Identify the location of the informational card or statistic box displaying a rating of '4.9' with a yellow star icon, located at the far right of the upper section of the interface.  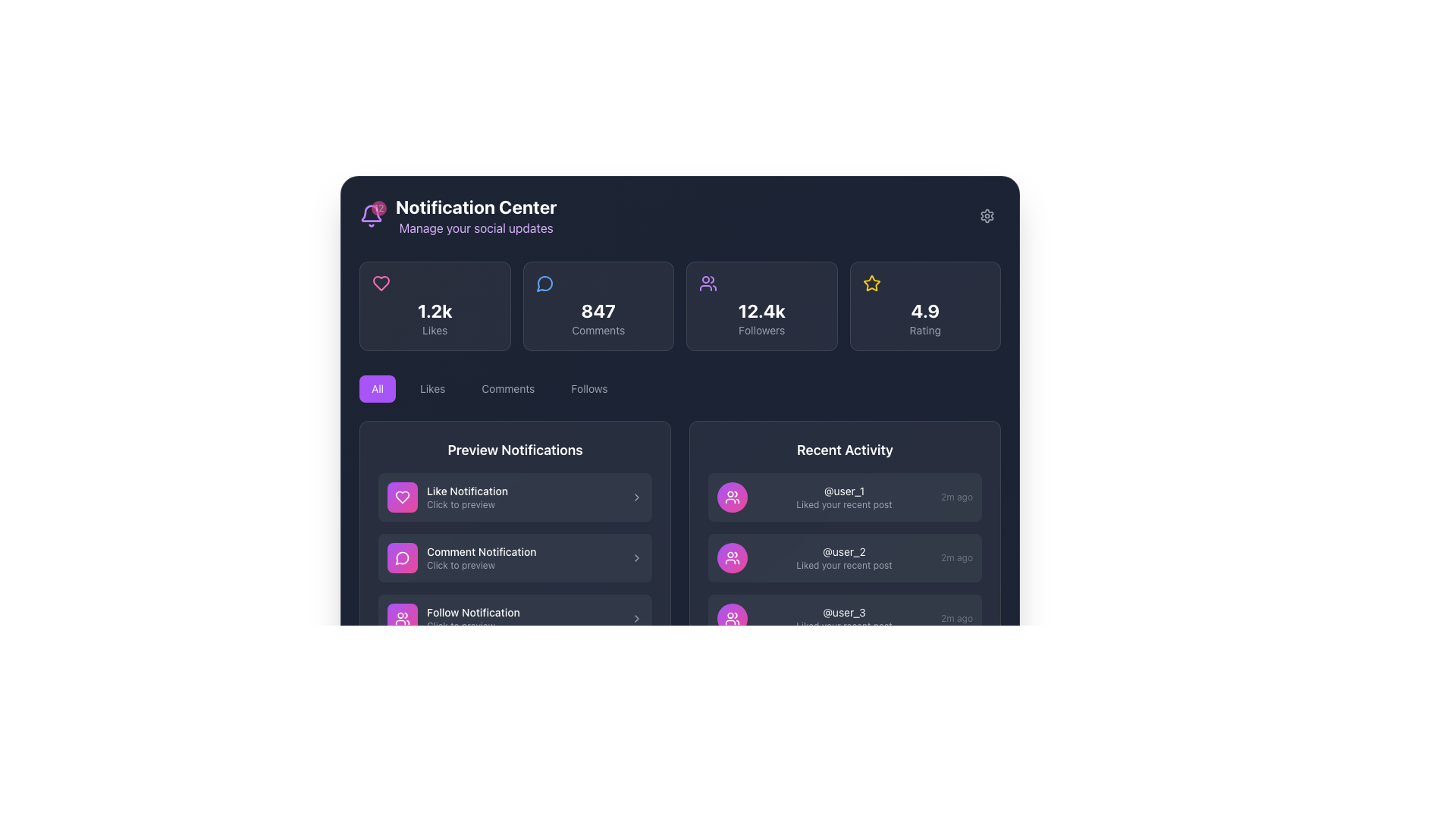
(924, 306).